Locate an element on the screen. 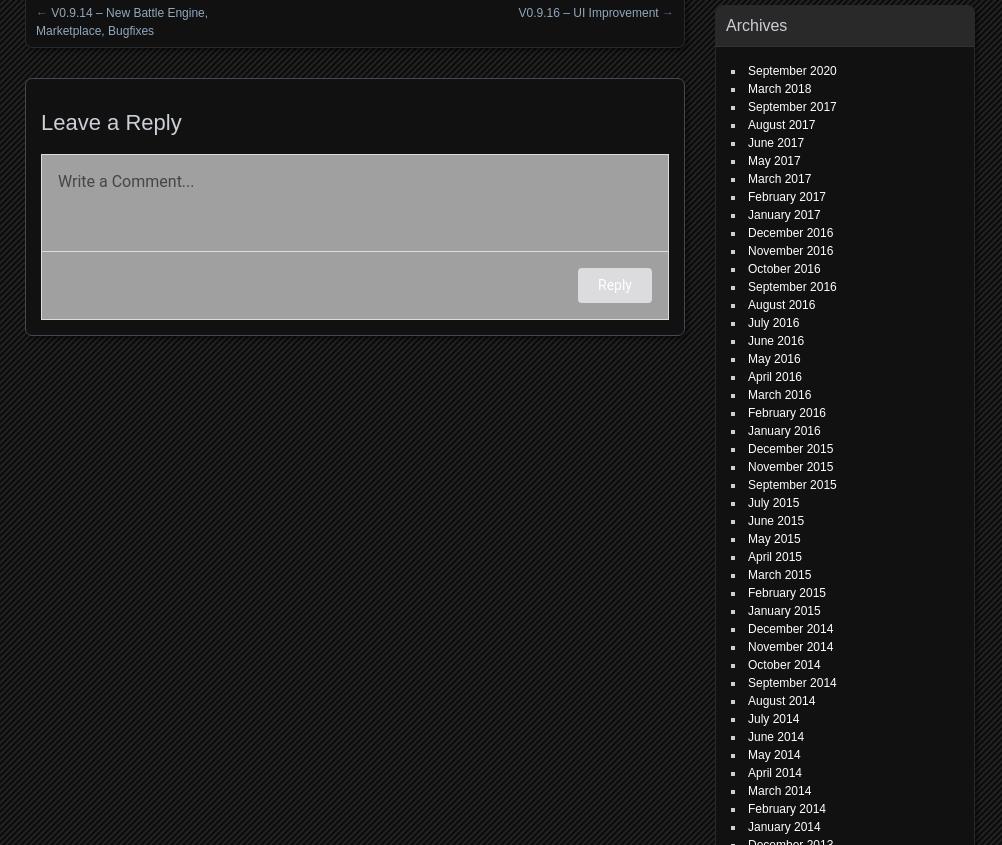  'January 2016' is located at coordinates (747, 431).